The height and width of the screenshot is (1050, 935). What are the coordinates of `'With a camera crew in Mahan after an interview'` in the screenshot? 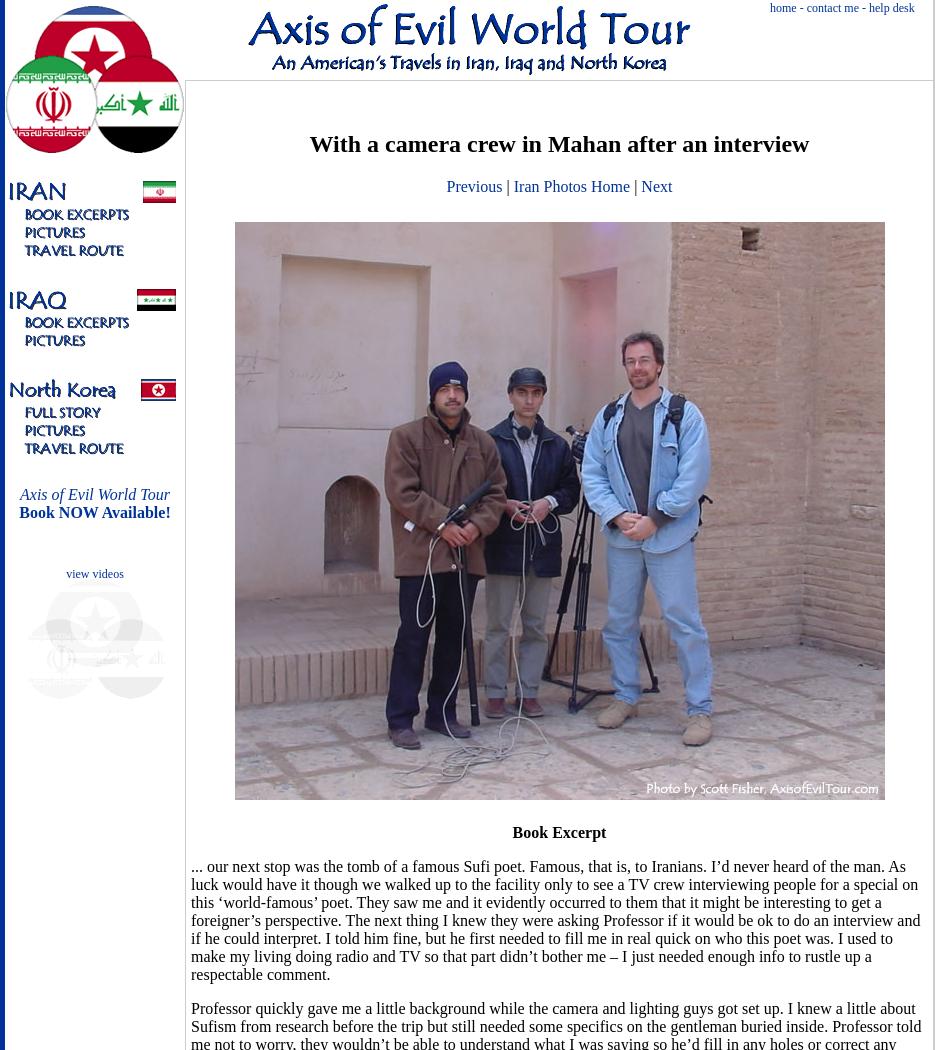 It's located at (559, 142).